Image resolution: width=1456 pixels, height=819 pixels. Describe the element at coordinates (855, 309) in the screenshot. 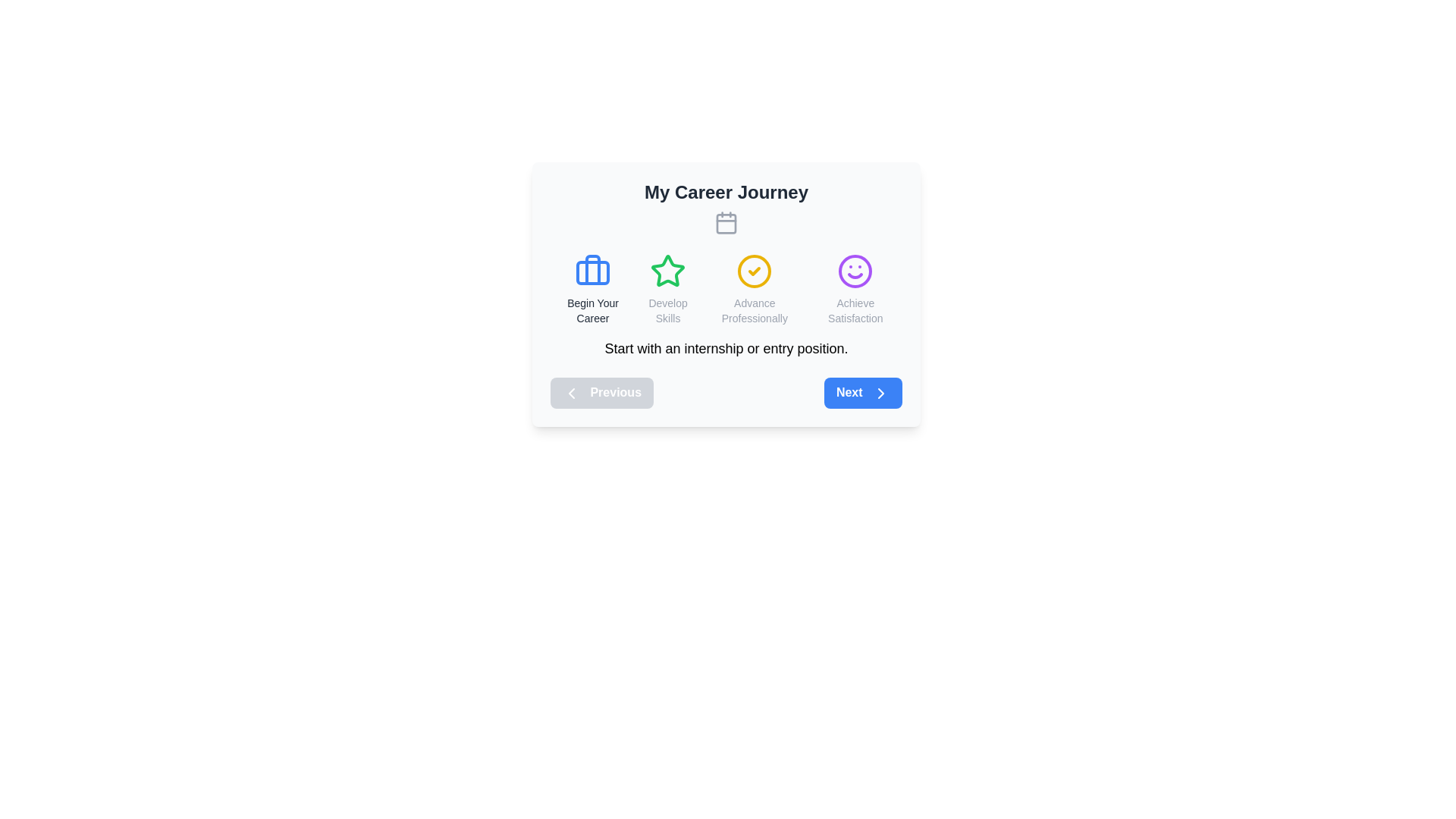

I see `the text label displaying 'Achieve Satisfaction' which is centrally located below a purple smiley-face icon` at that location.